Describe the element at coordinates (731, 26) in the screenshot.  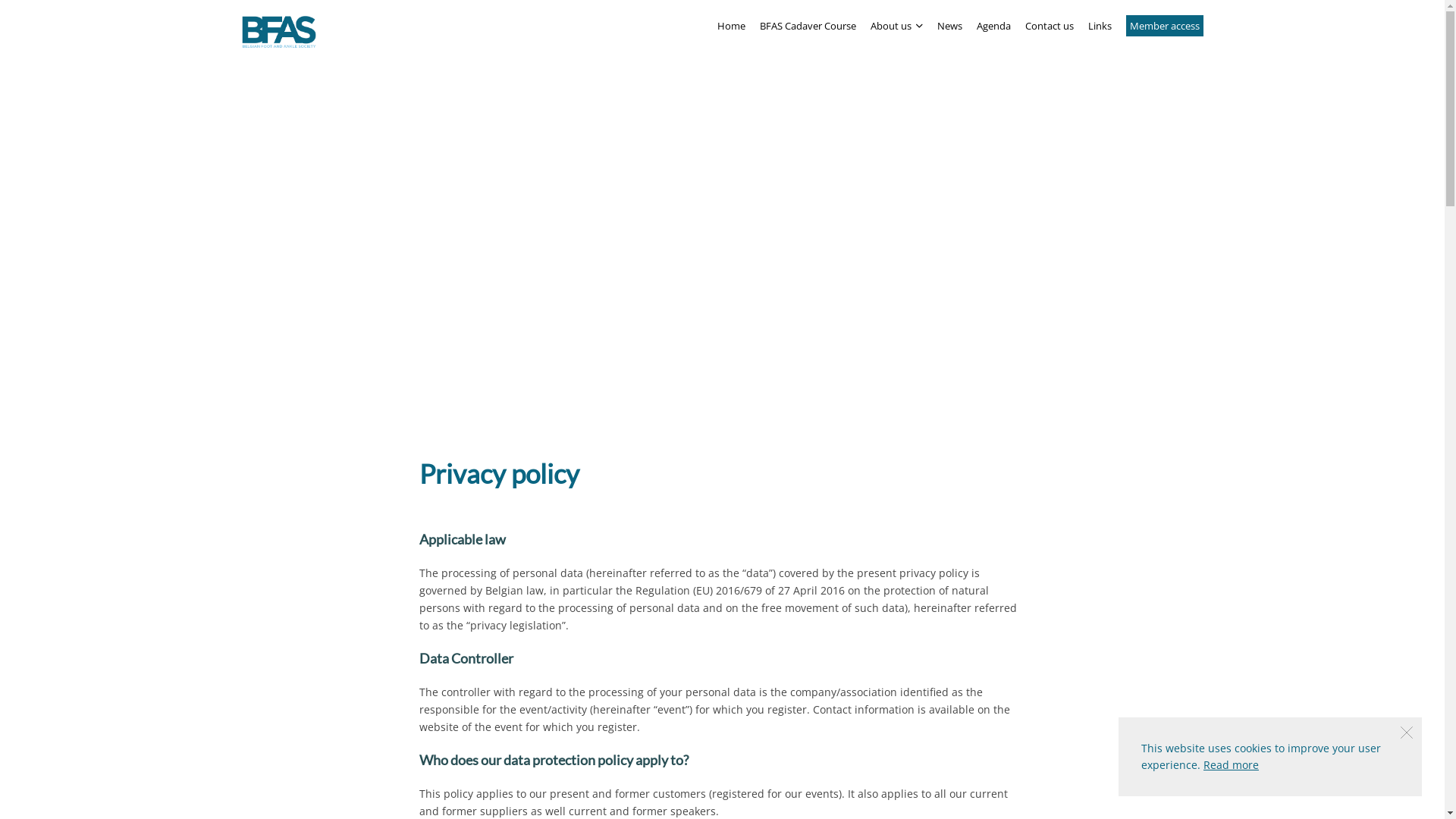
I see `'Home'` at that location.